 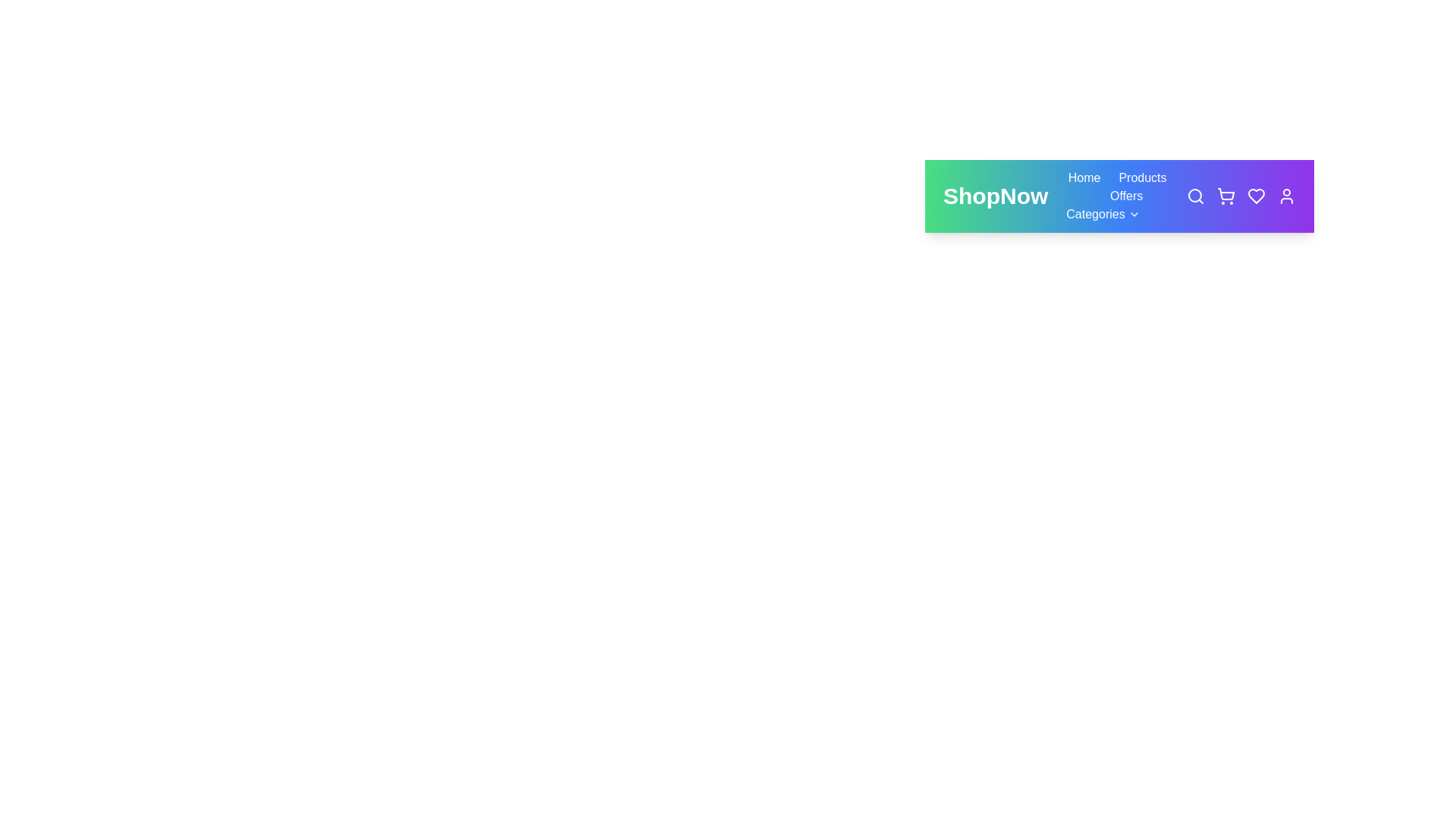 I want to click on the Offers navigation button to navigate to the respective section, so click(x=1127, y=195).